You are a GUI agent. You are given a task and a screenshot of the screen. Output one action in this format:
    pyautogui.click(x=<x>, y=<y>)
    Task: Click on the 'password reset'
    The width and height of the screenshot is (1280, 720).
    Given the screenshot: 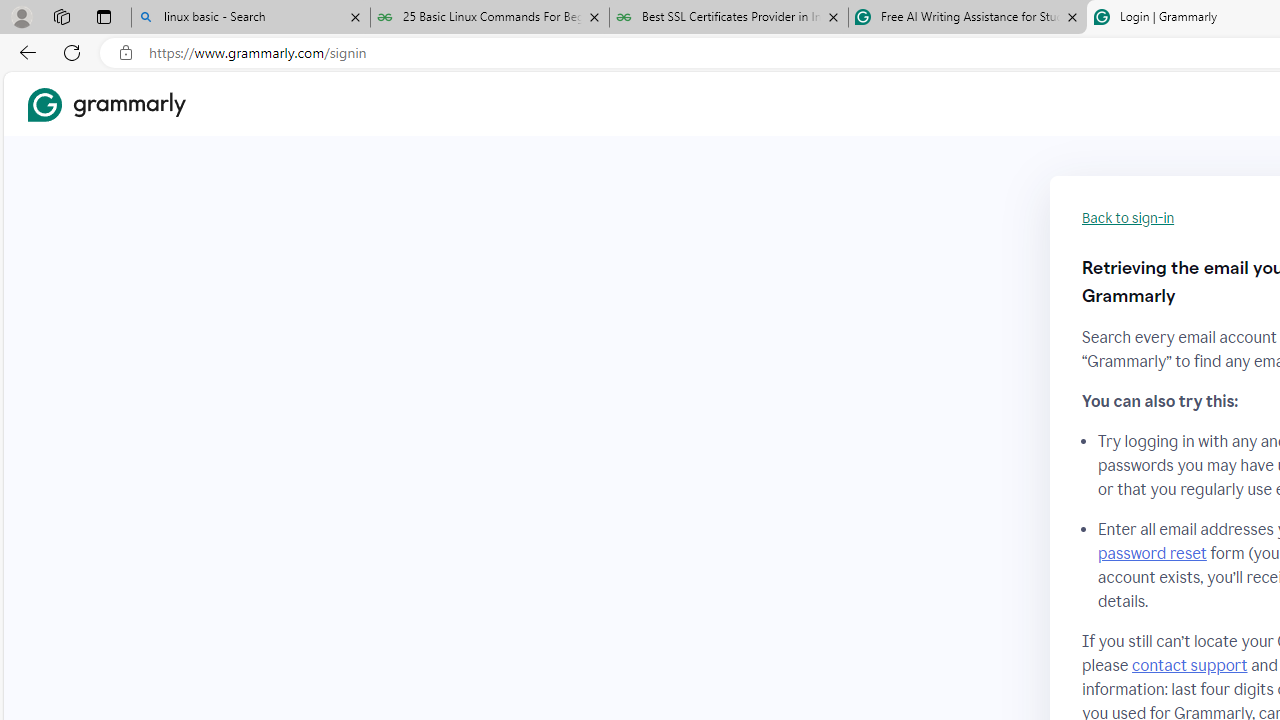 What is the action you would take?
    pyautogui.click(x=1152, y=554)
    